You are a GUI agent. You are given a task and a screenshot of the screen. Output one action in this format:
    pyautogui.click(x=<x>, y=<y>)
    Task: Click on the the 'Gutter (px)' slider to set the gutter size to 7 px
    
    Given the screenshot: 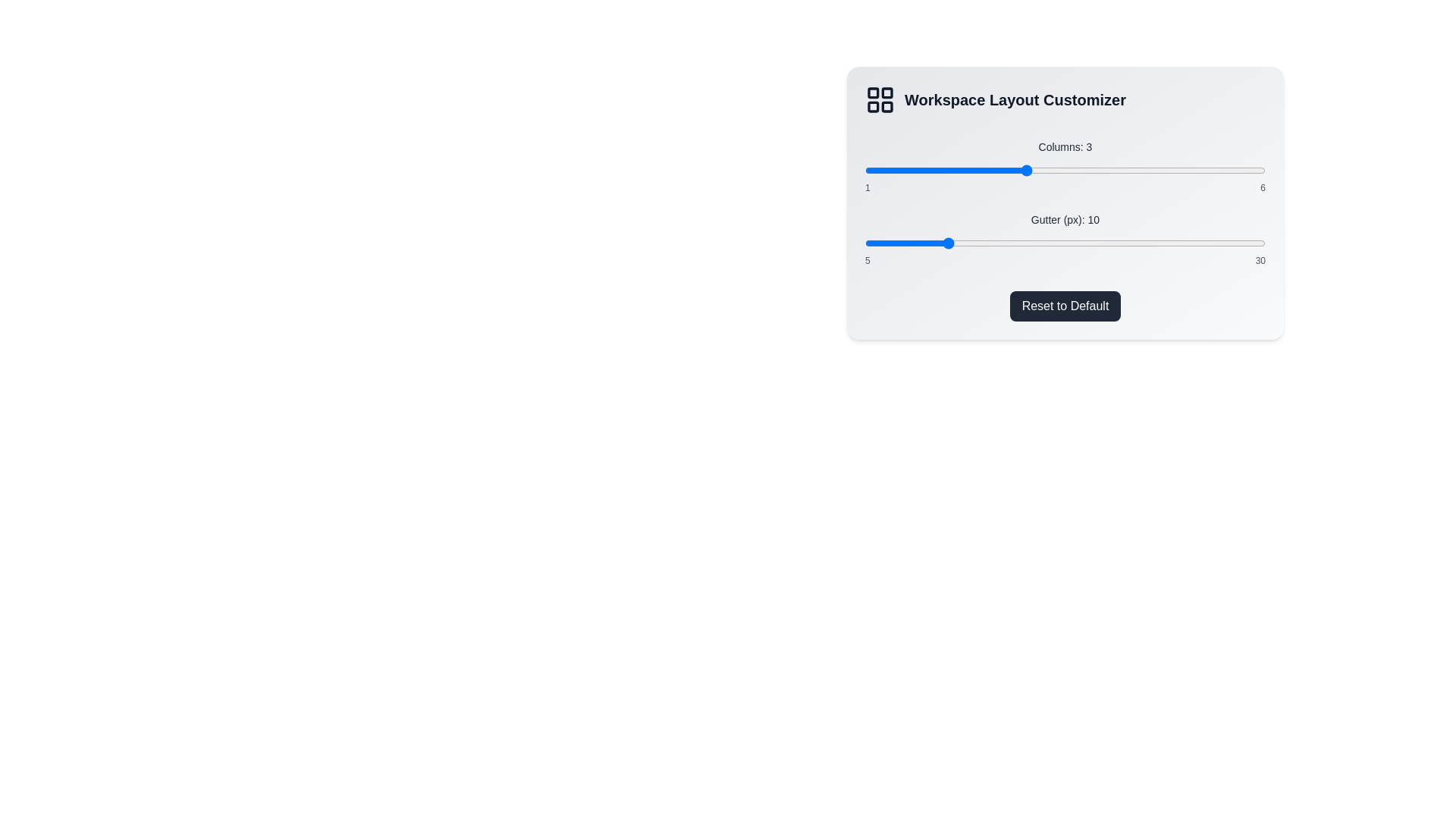 What is the action you would take?
    pyautogui.click(x=897, y=242)
    